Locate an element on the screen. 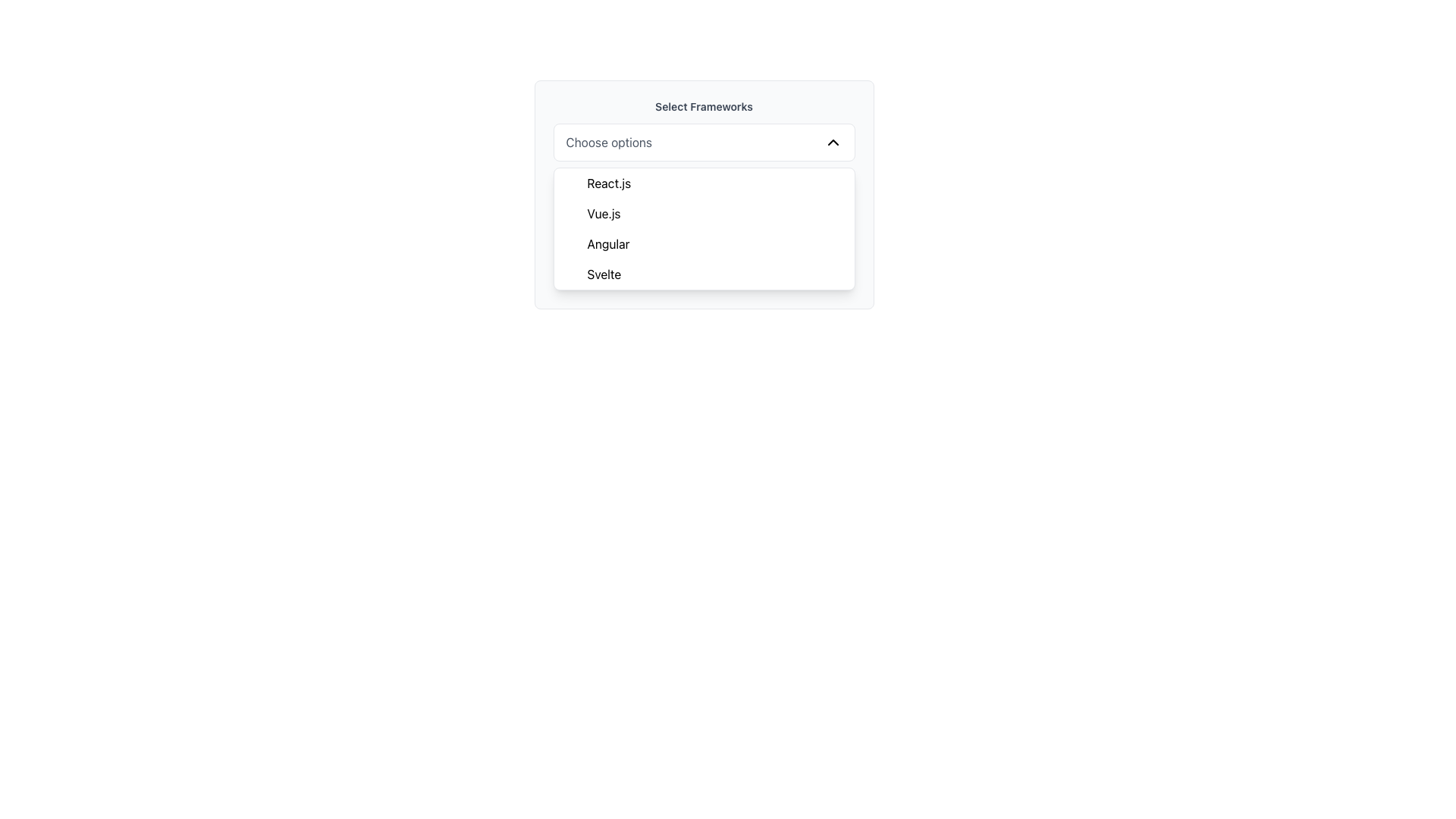 This screenshot has width=1456, height=819. the chevron icon is located at coordinates (832, 143).